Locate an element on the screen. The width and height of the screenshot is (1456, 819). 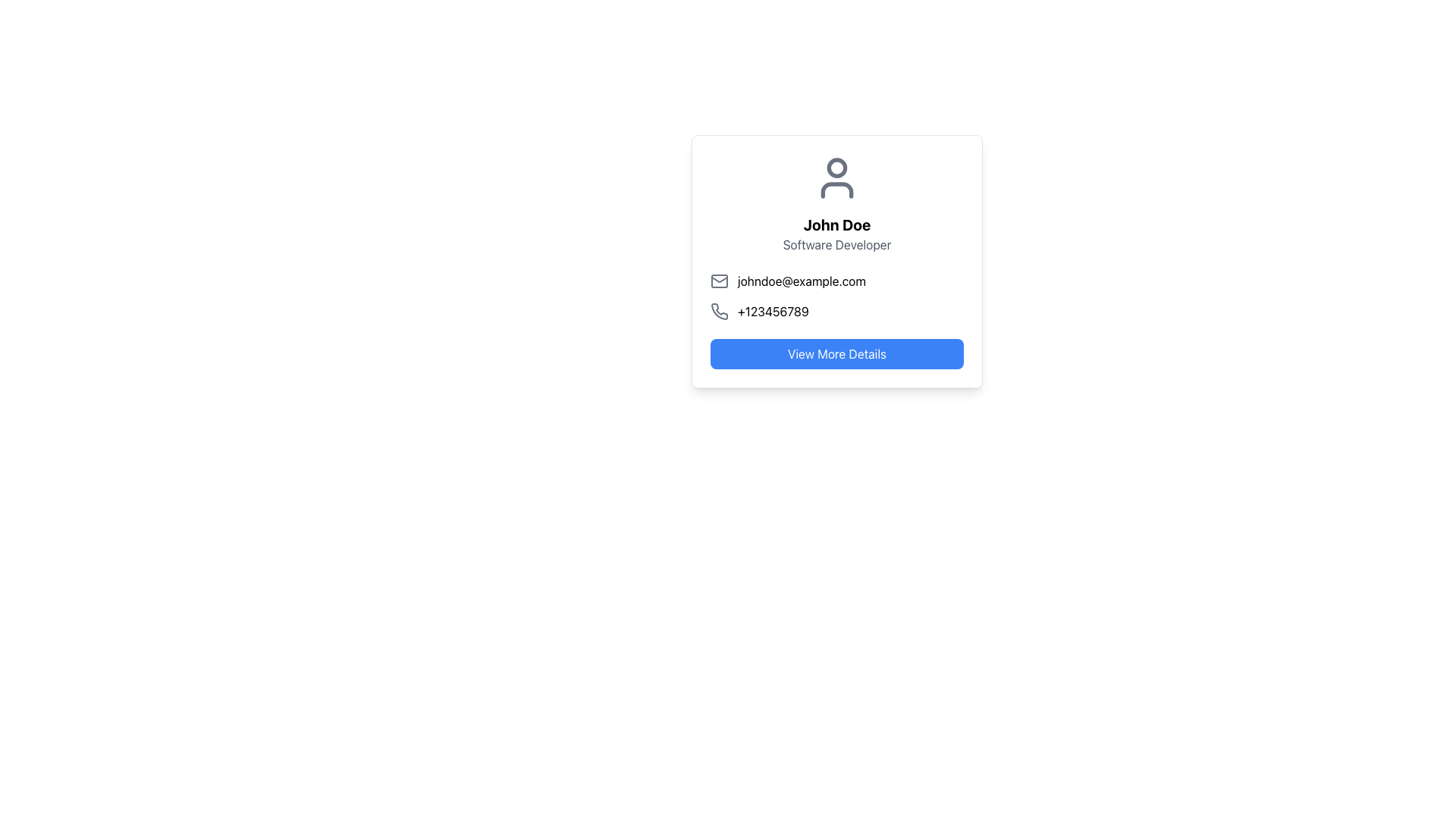
the text label reading 'Software Developer', which is center-aligned beneath the 'John Doe' title and above the contact information within the card is located at coordinates (836, 244).